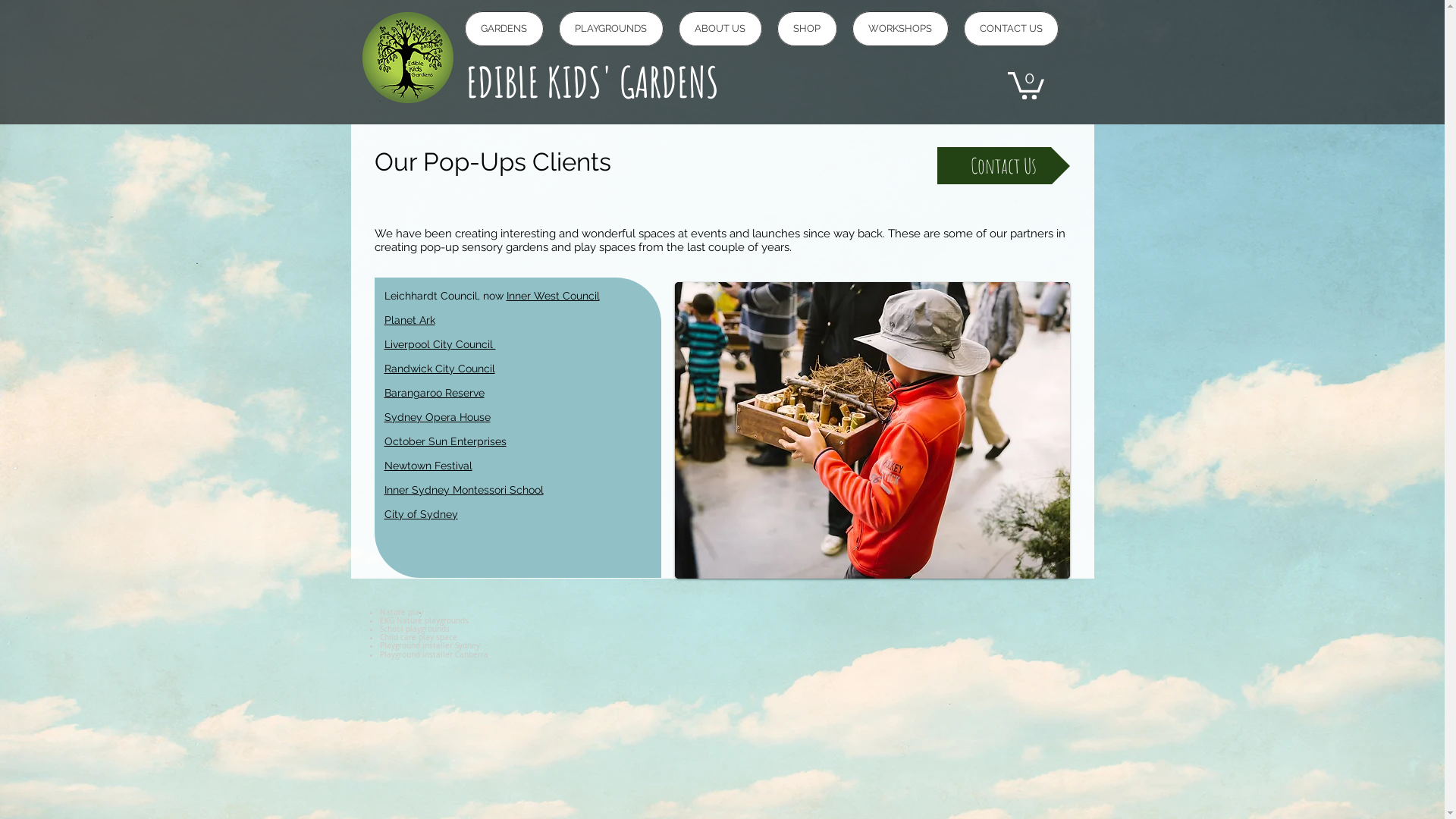 This screenshot has width=1456, height=819. Describe the element at coordinates (610, 29) in the screenshot. I see `'PLAYGROUNDS'` at that location.